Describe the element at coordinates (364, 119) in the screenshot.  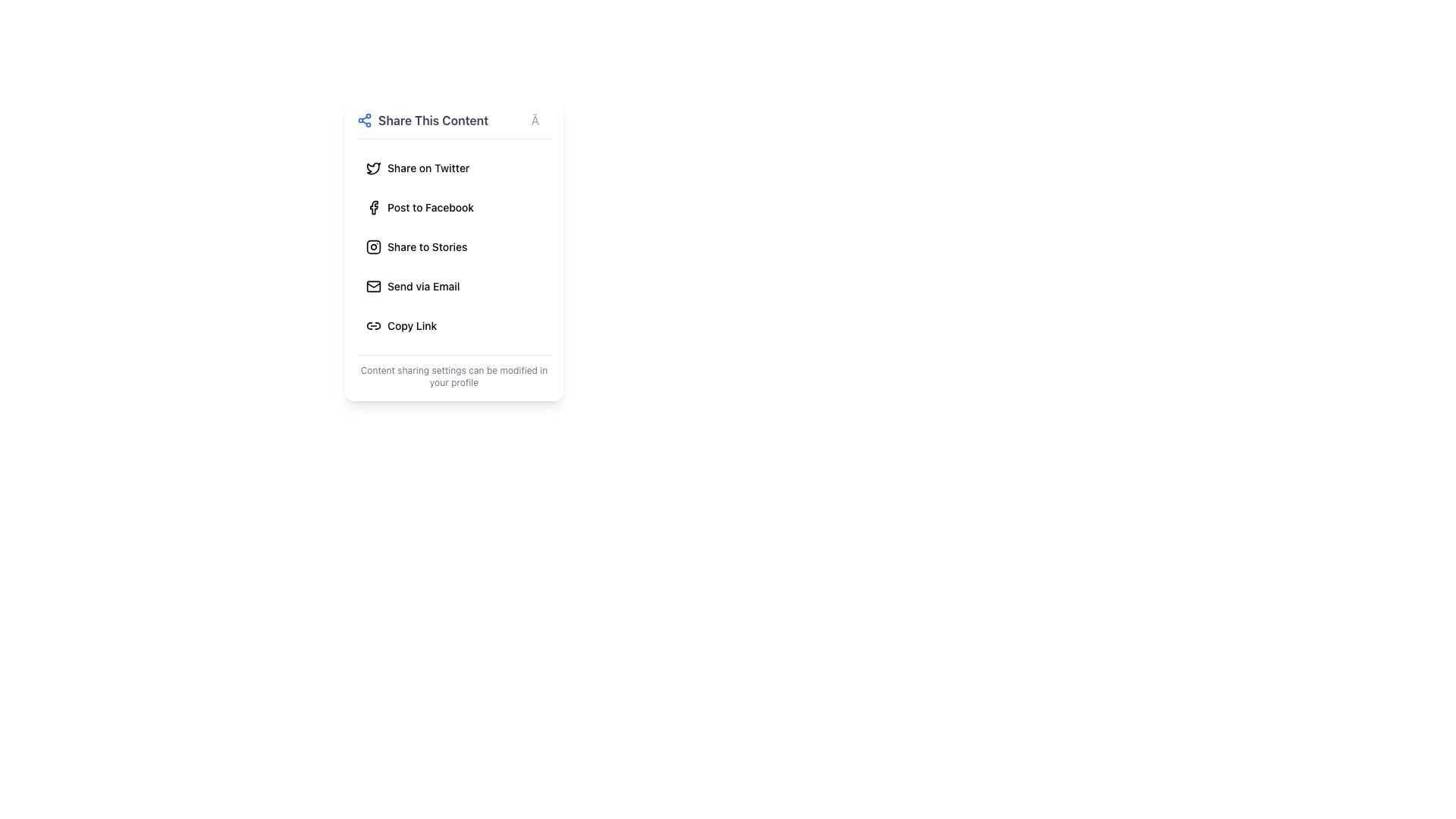
I see `the content sharing icon located on the left of the header bar labeled 'Share This Content'` at that location.